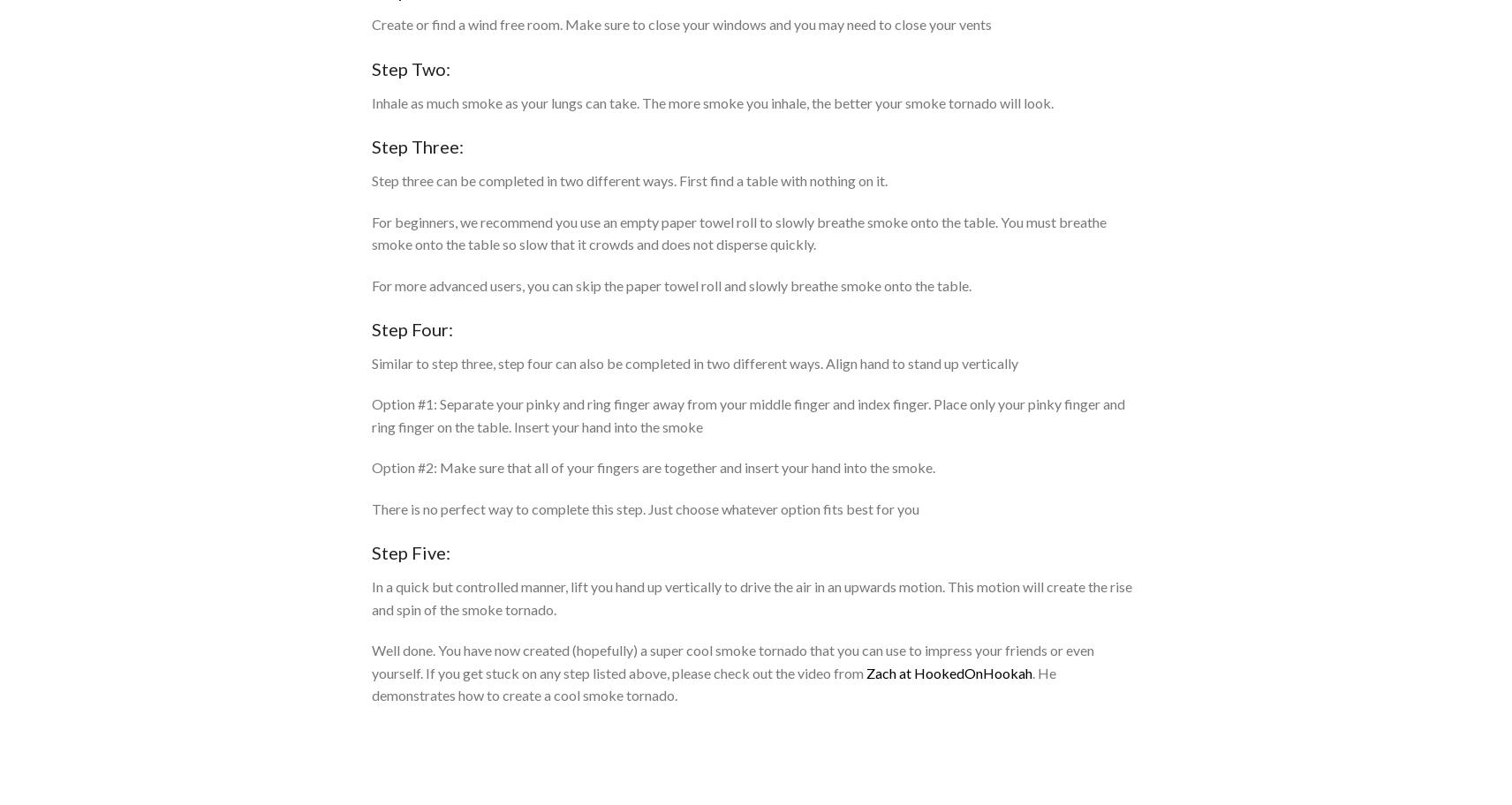 This screenshot has width=1512, height=805. Describe the element at coordinates (738, 232) in the screenshot. I see `'For beginners, we recommend you use an empty paper towel roll to slowly breathe smoke onto the table. You must breathe smoke onto the table so slow that it crowds and does not disperse quickly.'` at that location.